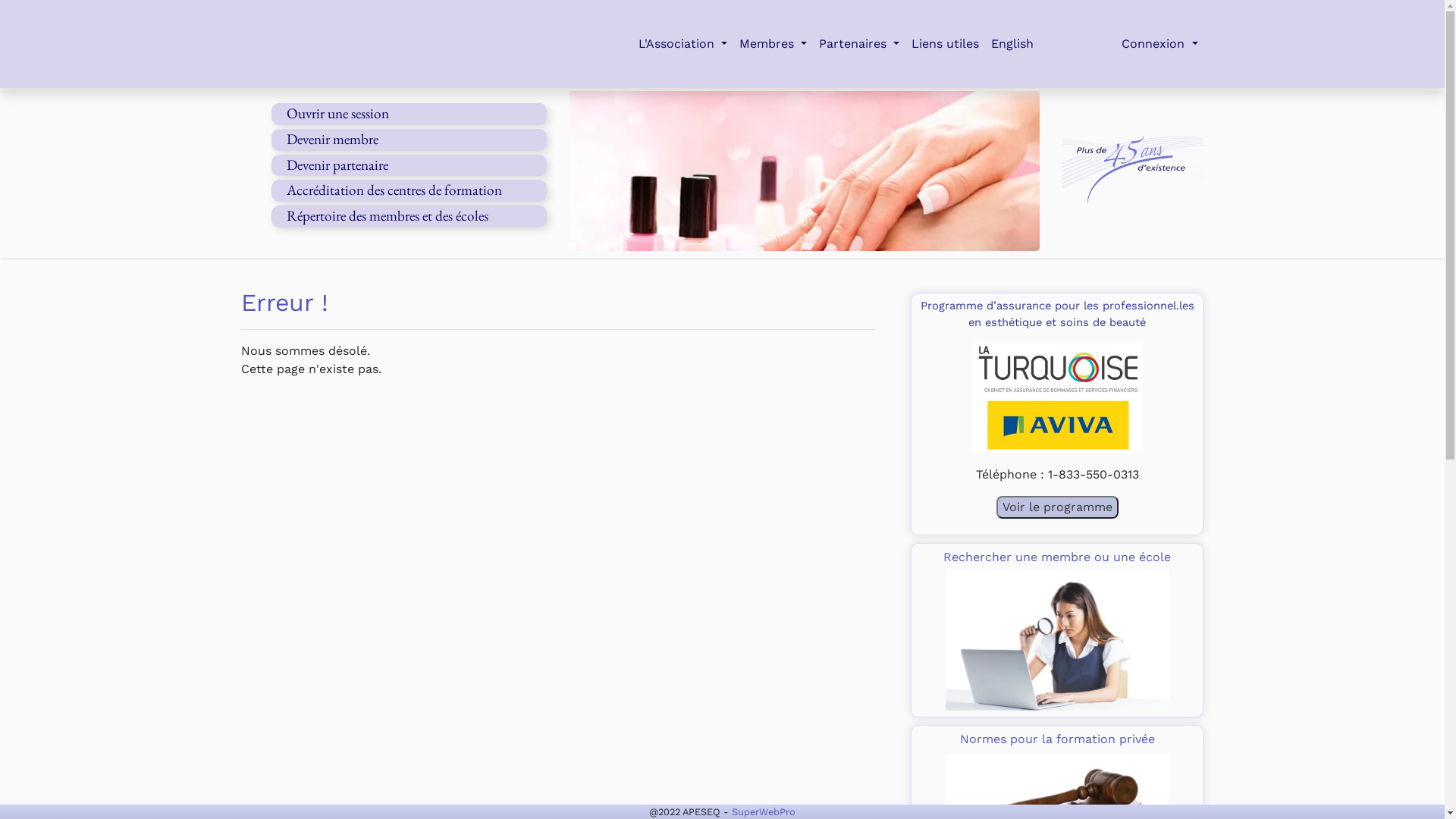 The image size is (1456, 819). Describe the element at coordinates (858, 42) in the screenshot. I see `'Partenaires'` at that location.